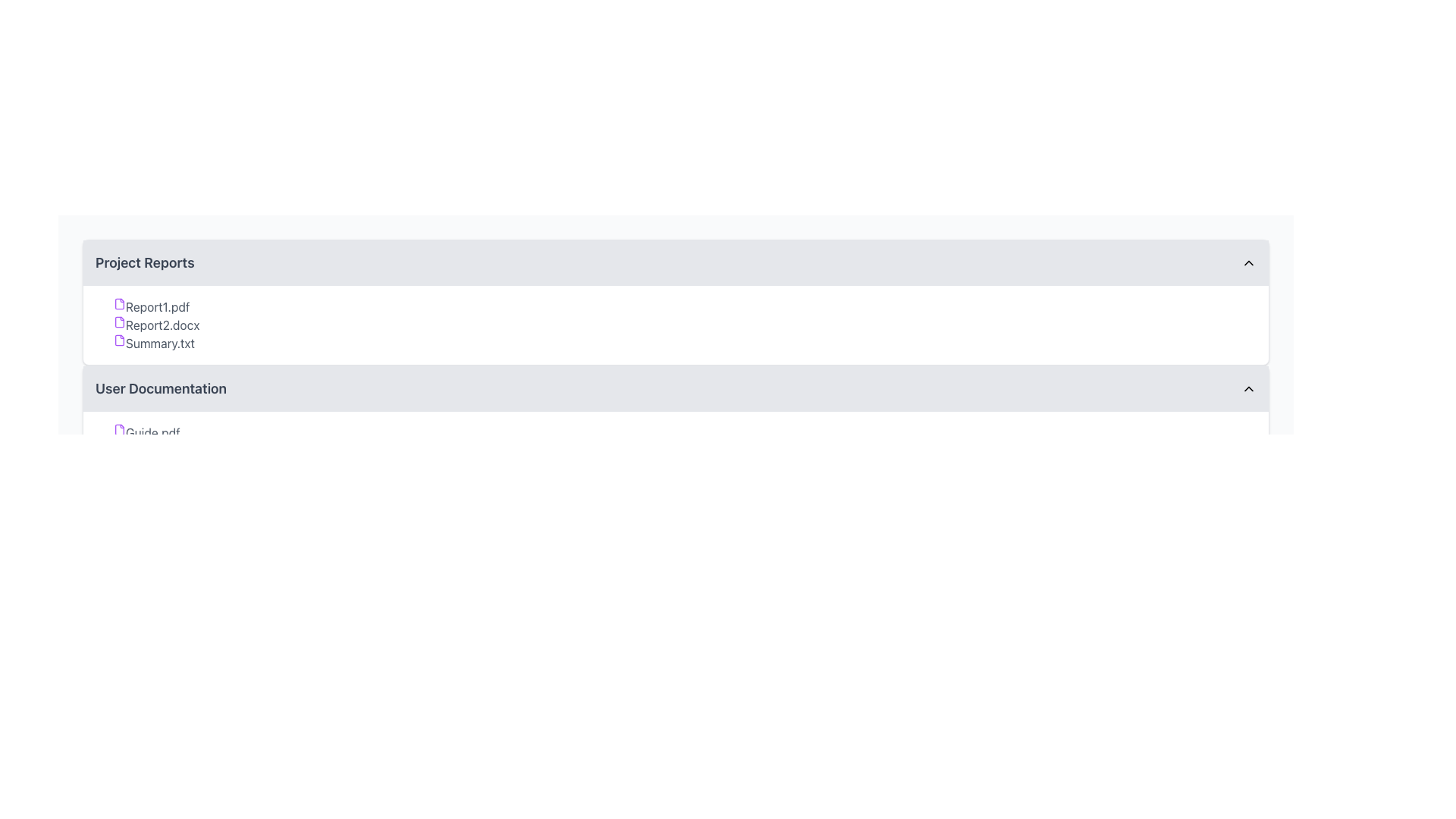 This screenshot has height=819, width=1456. I want to click on the upward-facing chevron icon located in the header bar labeled 'Project Reports', so click(1248, 262).